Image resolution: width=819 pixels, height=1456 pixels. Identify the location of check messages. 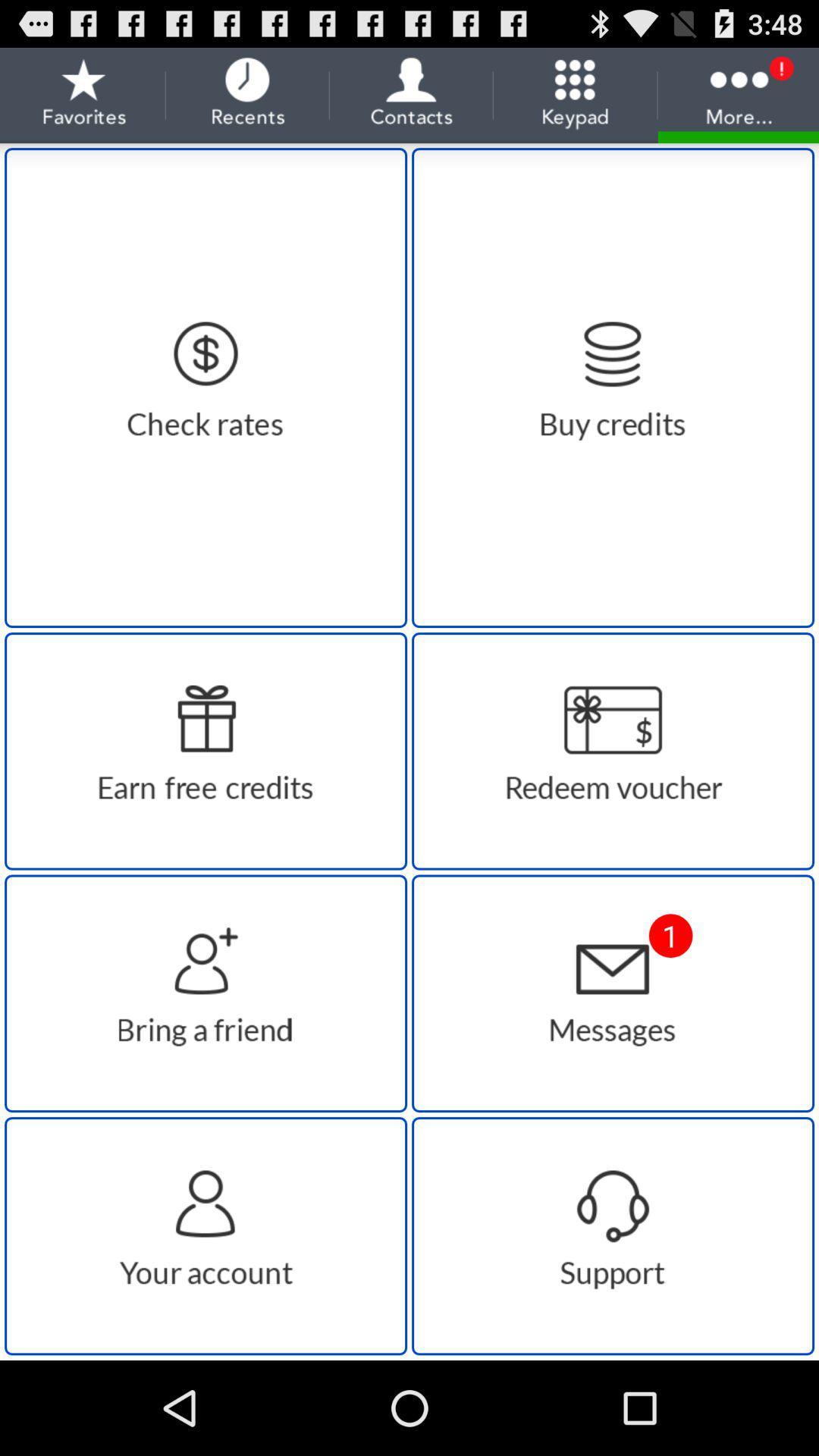
(612, 993).